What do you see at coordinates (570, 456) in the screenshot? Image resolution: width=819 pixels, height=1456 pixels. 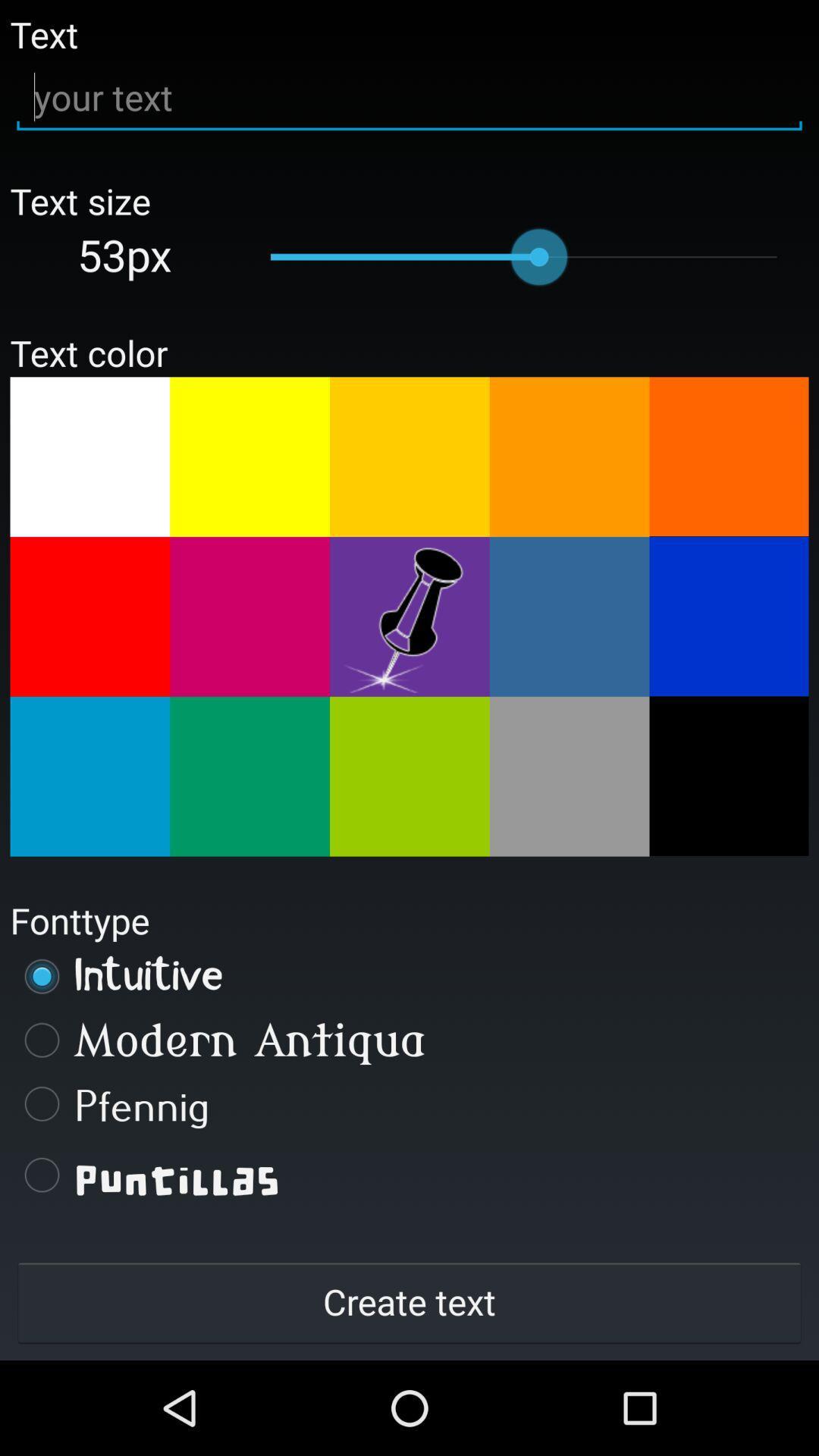 I see `text color orange` at bounding box center [570, 456].